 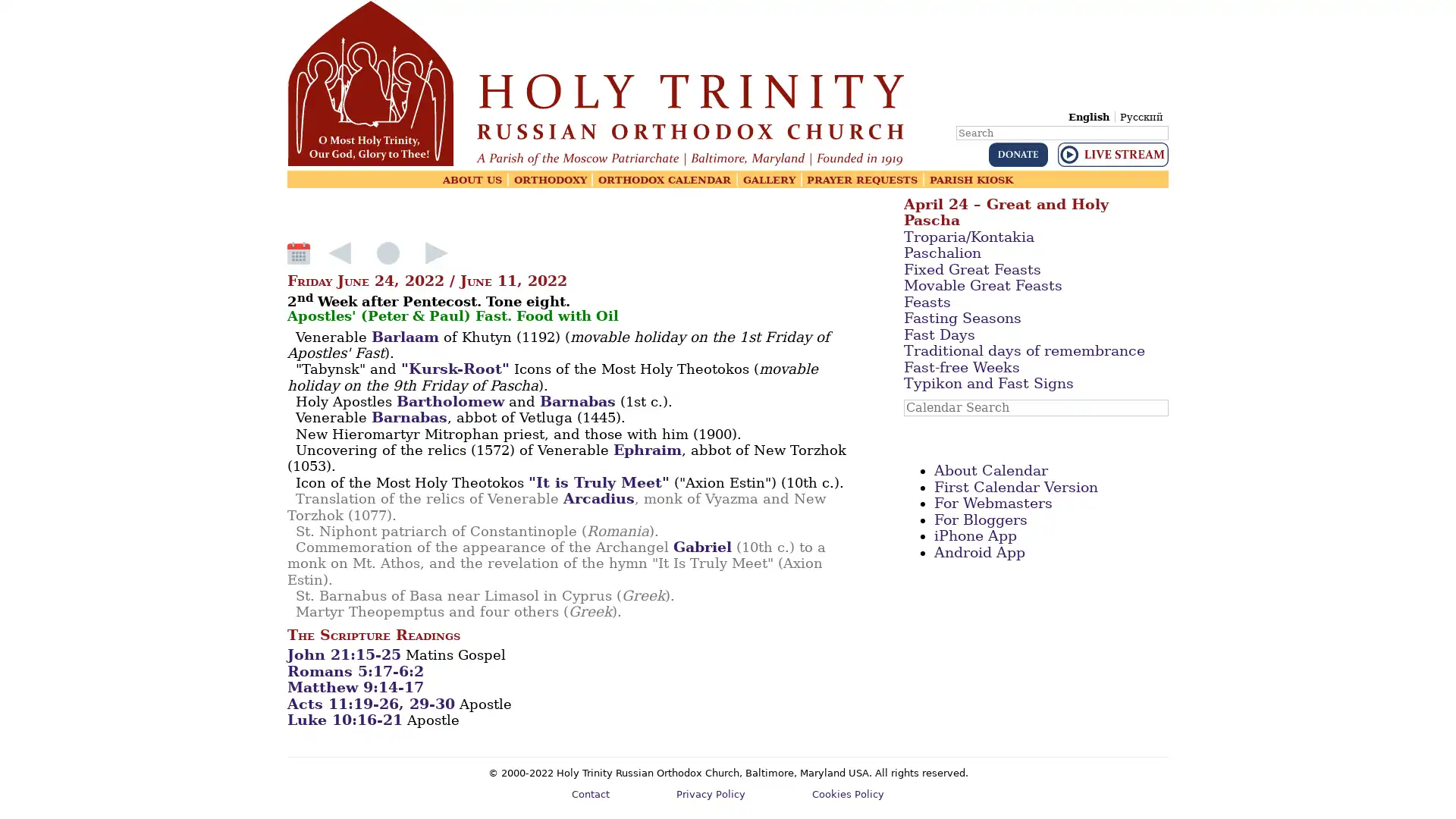 I want to click on Search, so click(x=1166, y=121).